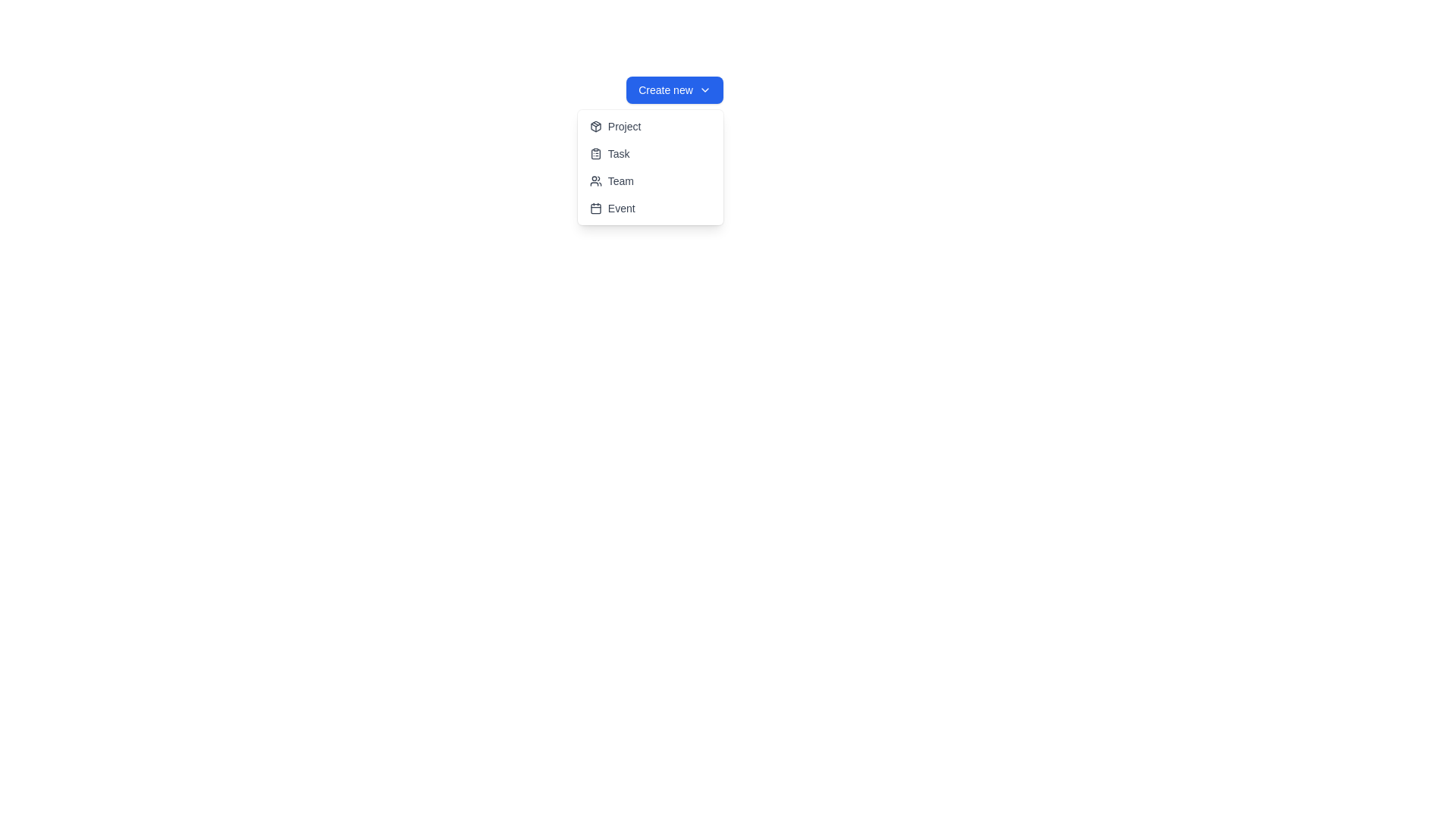 This screenshot has height=819, width=1456. What do you see at coordinates (650, 154) in the screenshot?
I see `the second button` at bounding box center [650, 154].